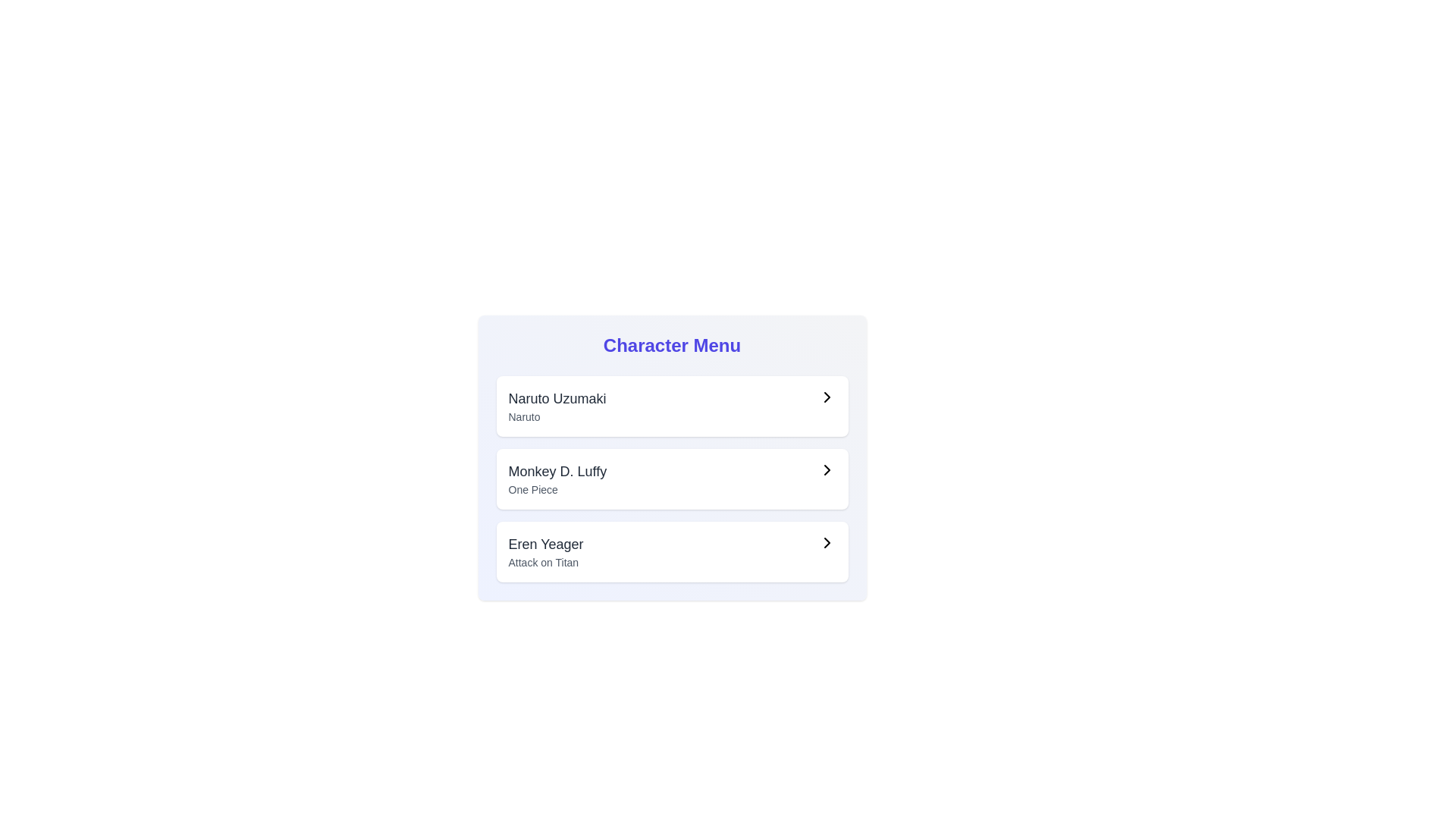 This screenshot has width=1456, height=819. Describe the element at coordinates (826, 542) in the screenshot. I see `the chevron icon styled as an arrow pointing to the right, located on the far-right side of the third row in the 'Character Menu' list, next to 'Eren Yeager' and 'Attack on Titan'` at that location.